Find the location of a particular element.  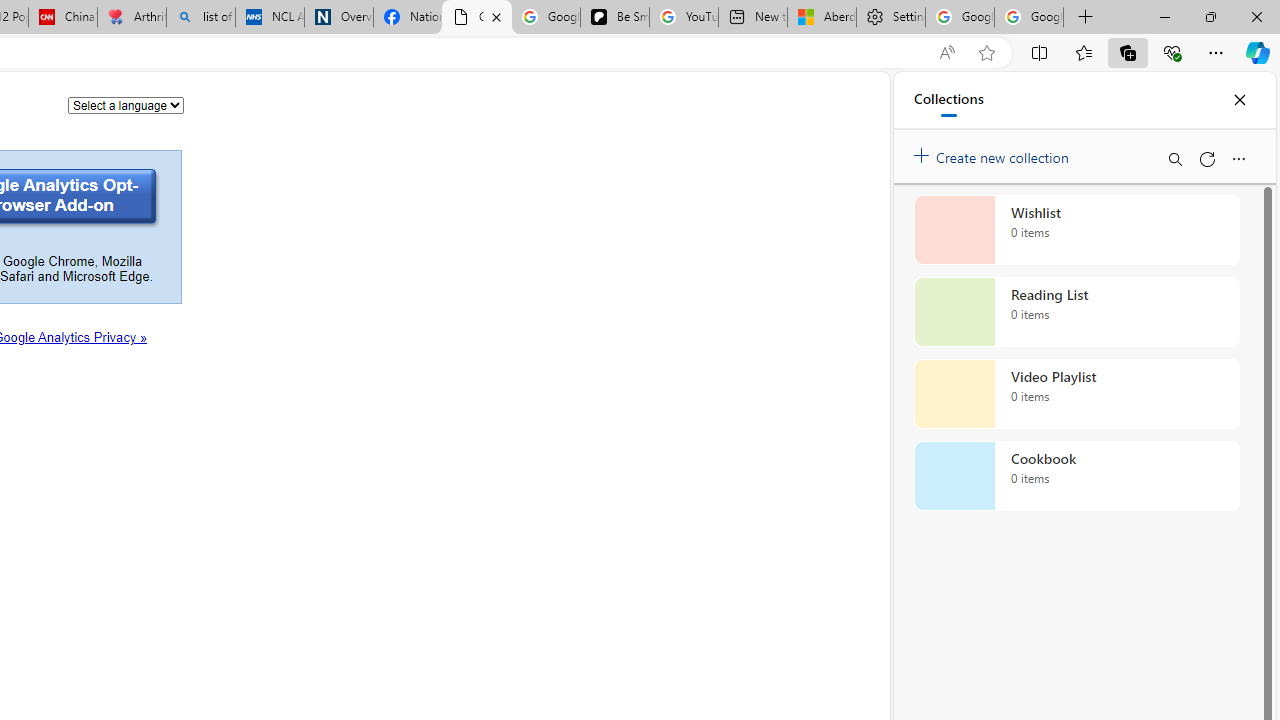

'Language' is located at coordinates (125, 104).